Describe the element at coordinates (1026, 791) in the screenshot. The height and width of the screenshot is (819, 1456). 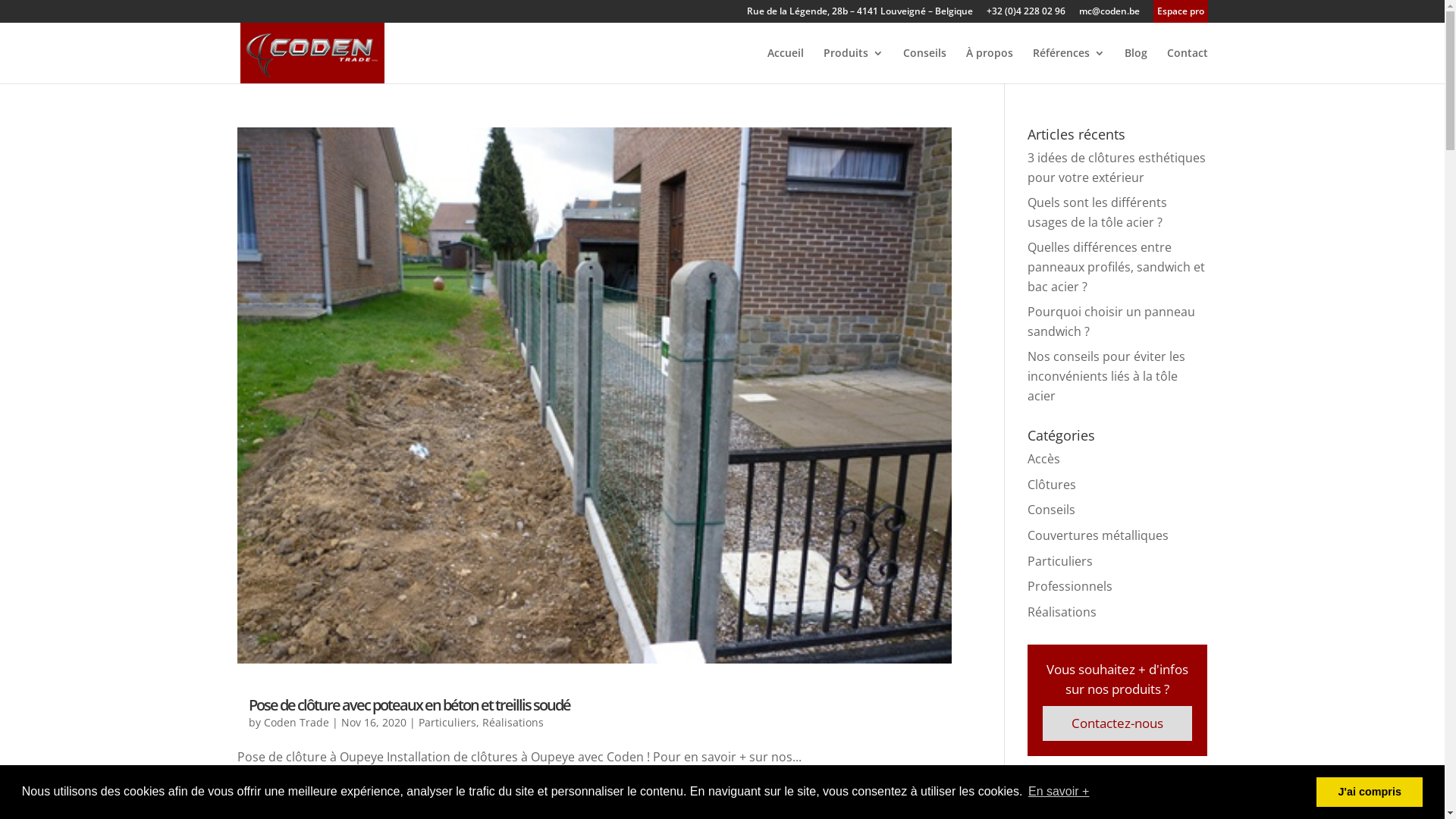
I see `'En savoir +'` at that location.